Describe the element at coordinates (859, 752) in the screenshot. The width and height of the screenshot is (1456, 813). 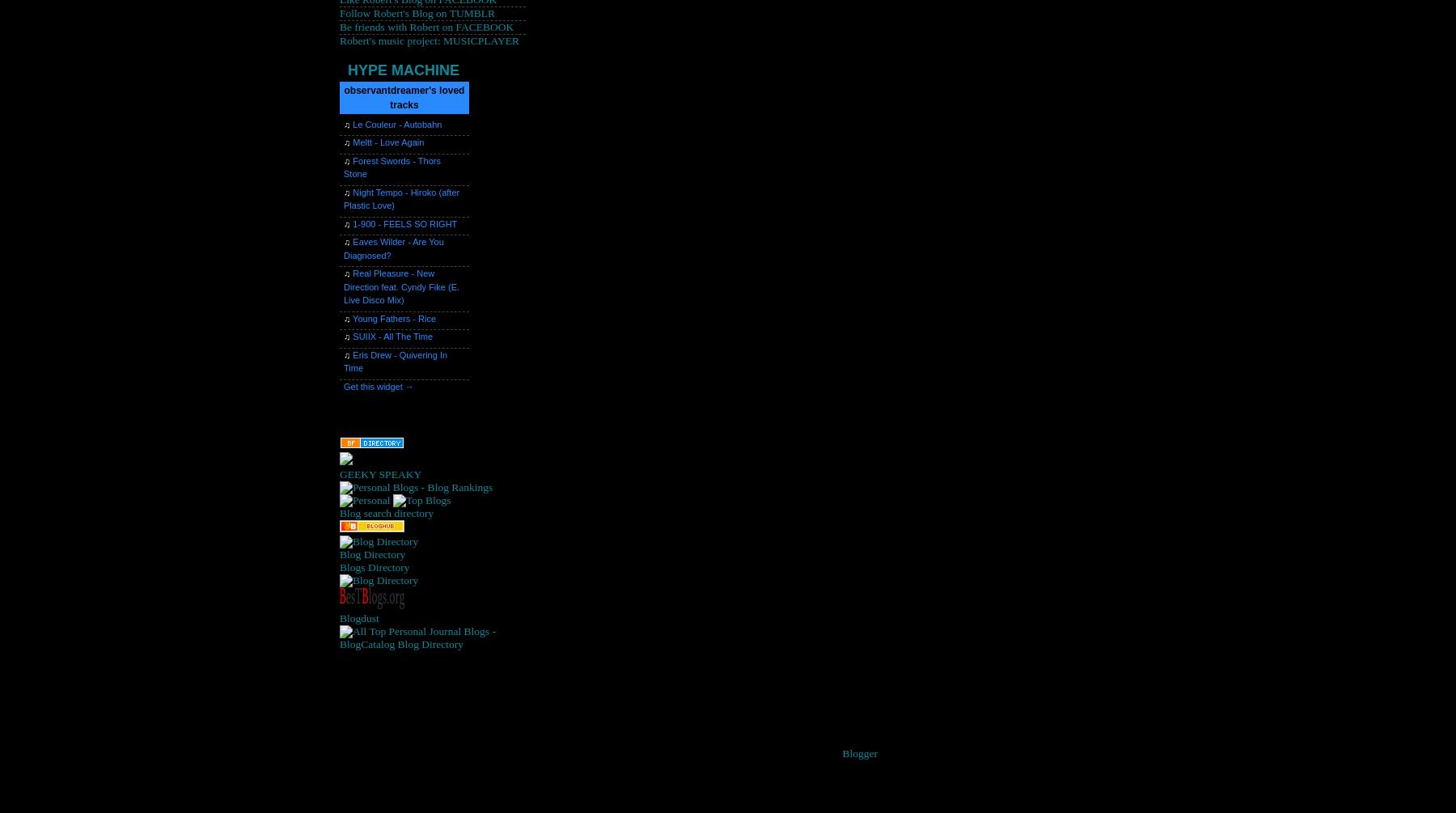
I see `'Blogger'` at that location.